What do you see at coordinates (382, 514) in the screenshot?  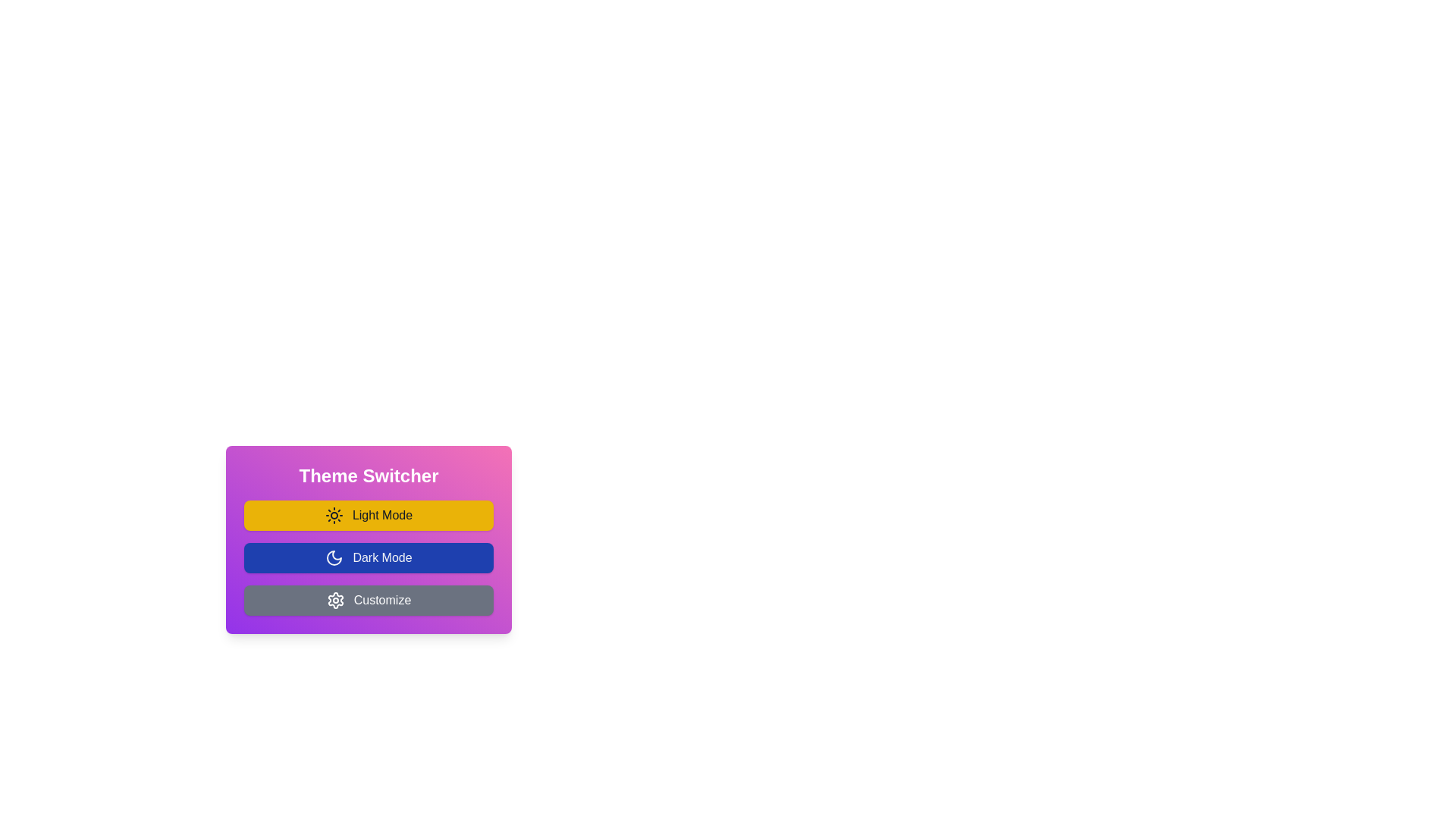 I see `the 'Light Mode' text within the yellow rectangular button in the theme switcher menu, which is the first button at the top of the stack` at bounding box center [382, 514].